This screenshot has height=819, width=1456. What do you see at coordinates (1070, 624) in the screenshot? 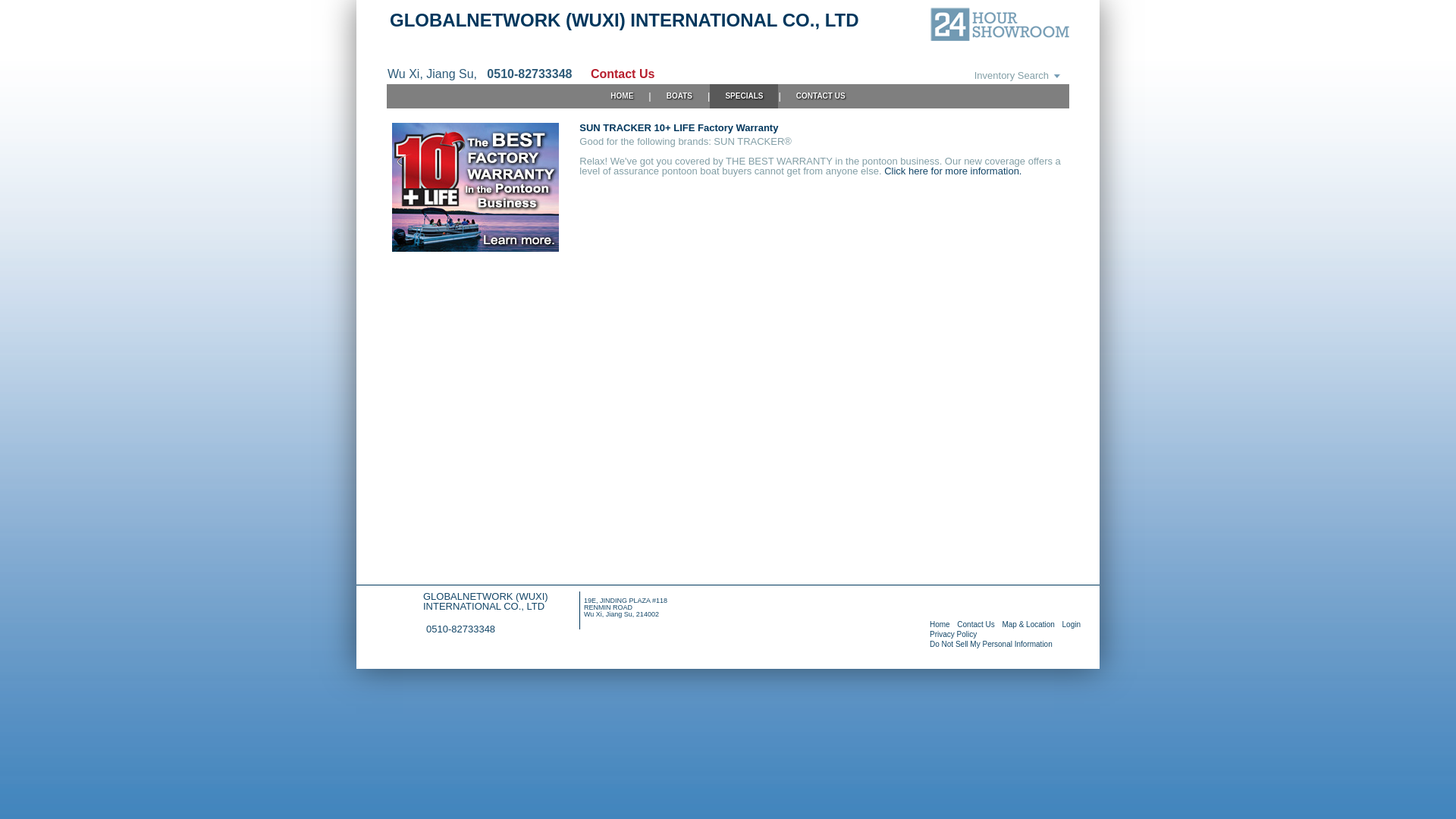
I see `'Login'` at bounding box center [1070, 624].